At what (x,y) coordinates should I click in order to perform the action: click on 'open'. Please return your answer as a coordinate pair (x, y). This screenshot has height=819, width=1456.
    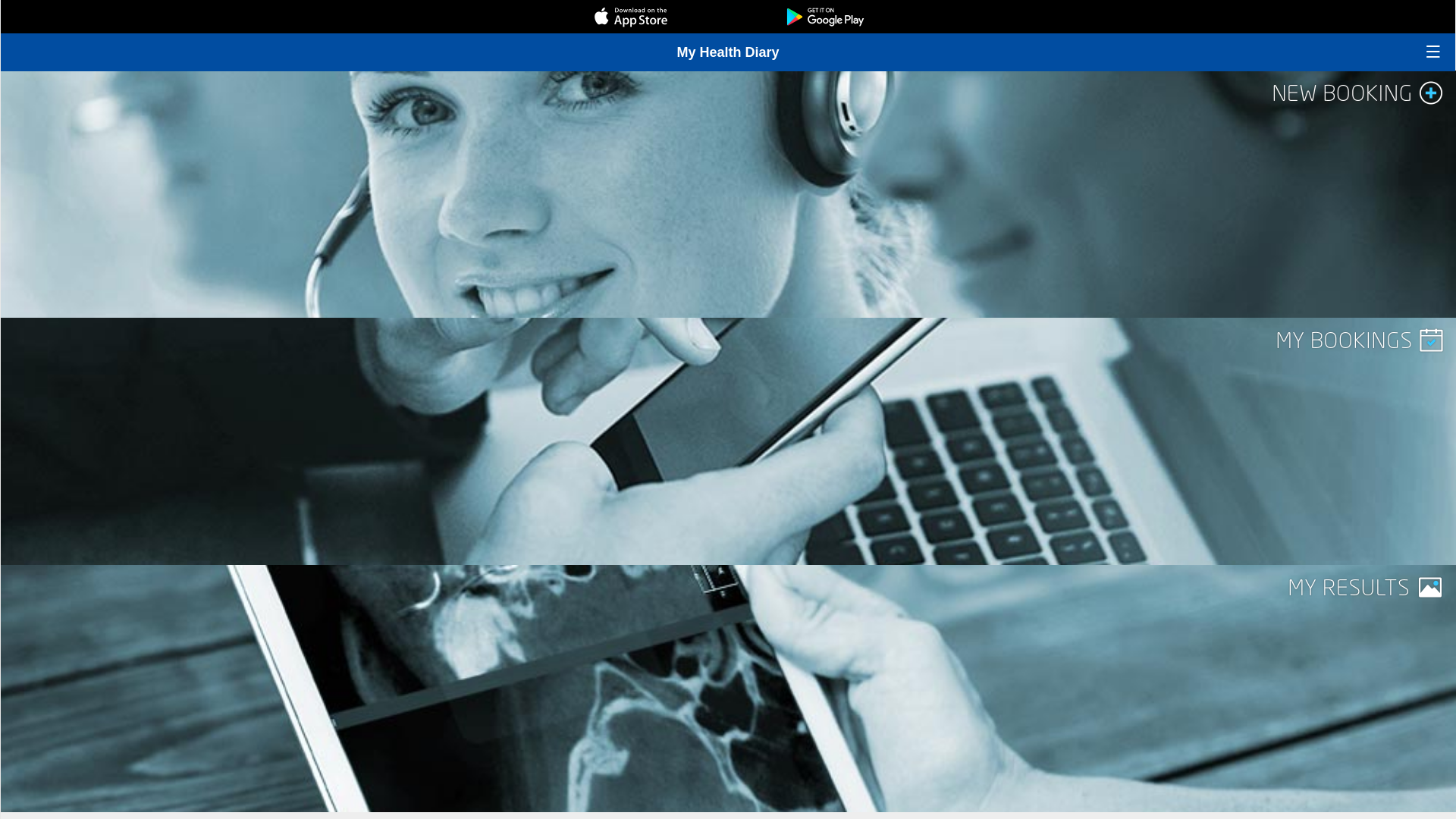
    Looking at the image, I should click on (1432, 51).